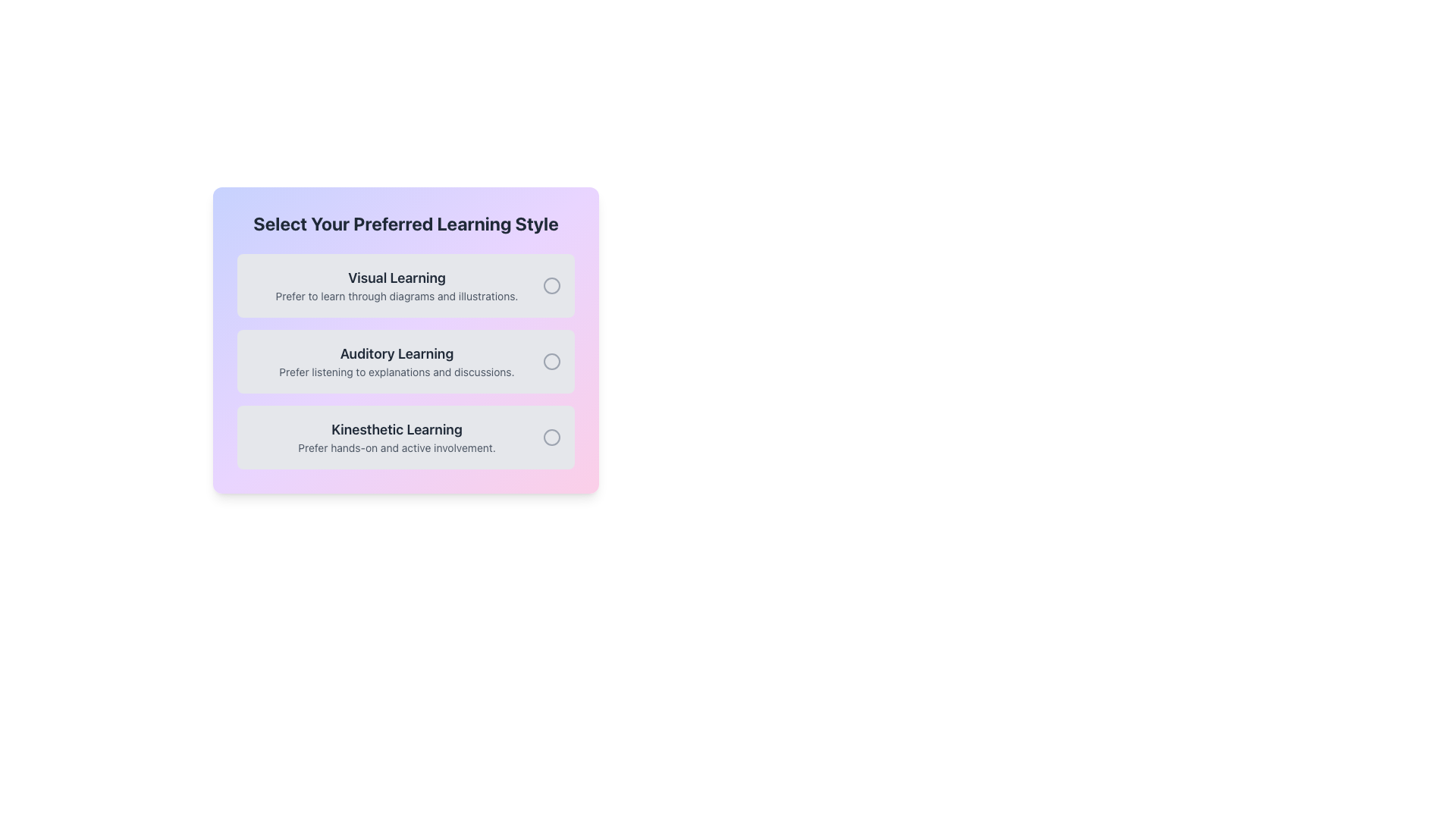  Describe the element at coordinates (551, 438) in the screenshot. I see `the SVG Circle that serves as an interactive visual indicator for the 'Kinesthetic Learning' option` at that location.